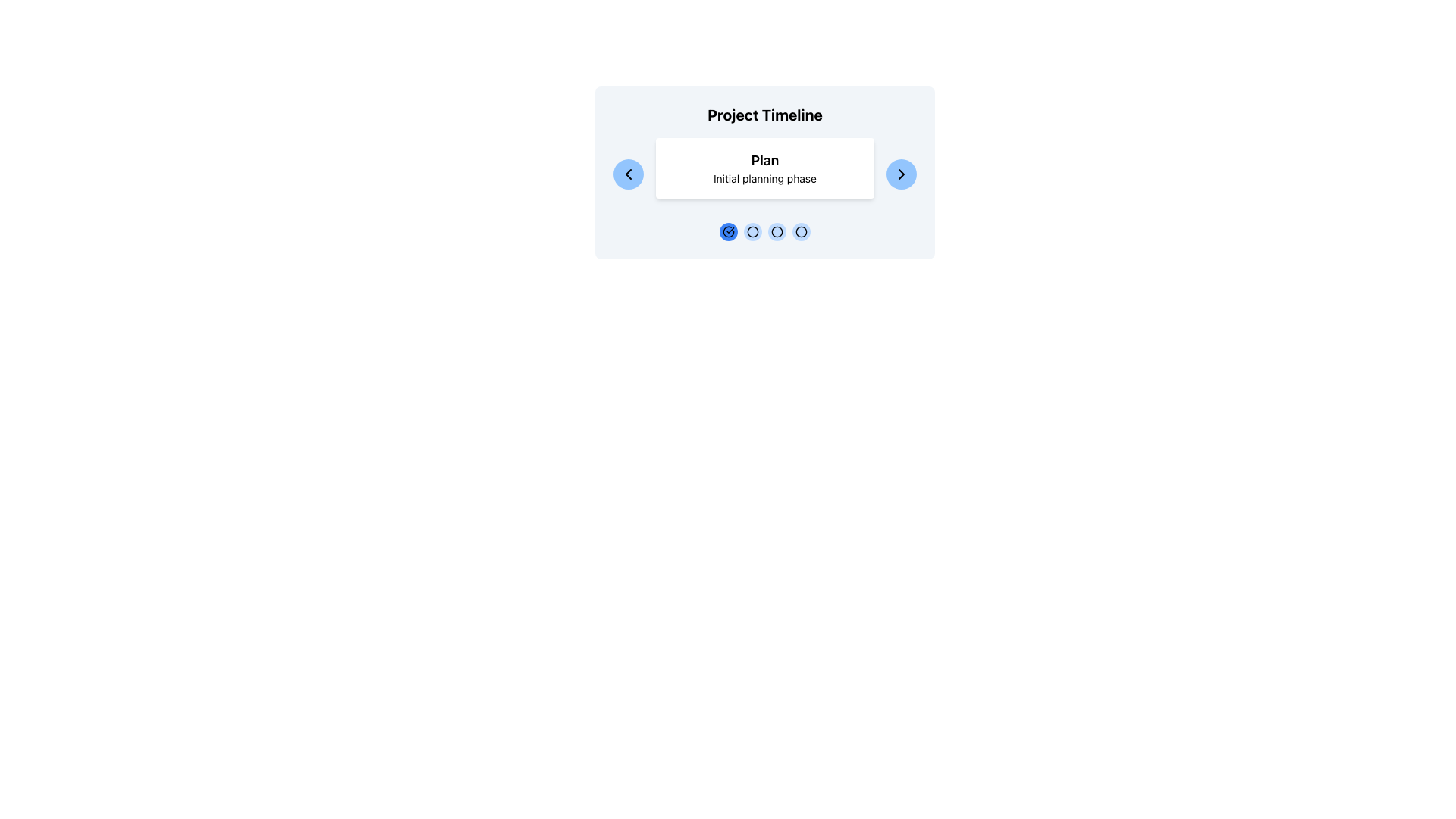 Image resolution: width=1456 pixels, height=819 pixels. What do you see at coordinates (764, 177) in the screenshot?
I see `information displayed in the text label that says 'Initial planning phase', which is located directly below the bold text 'Plan' in the timeline interface` at bounding box center [764, 177].